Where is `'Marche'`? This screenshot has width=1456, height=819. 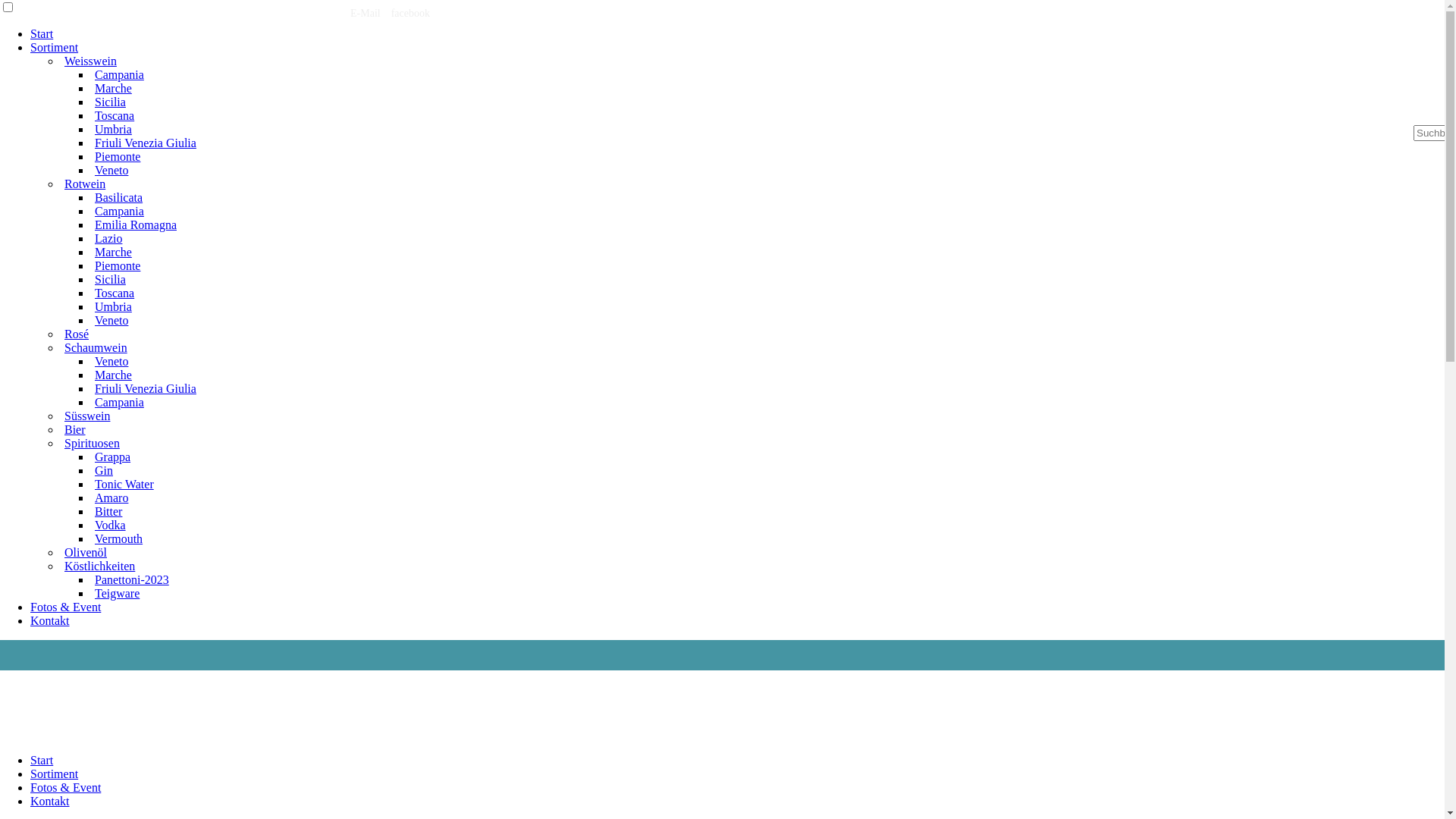
'Marche' is located at coordinates (112, 88).